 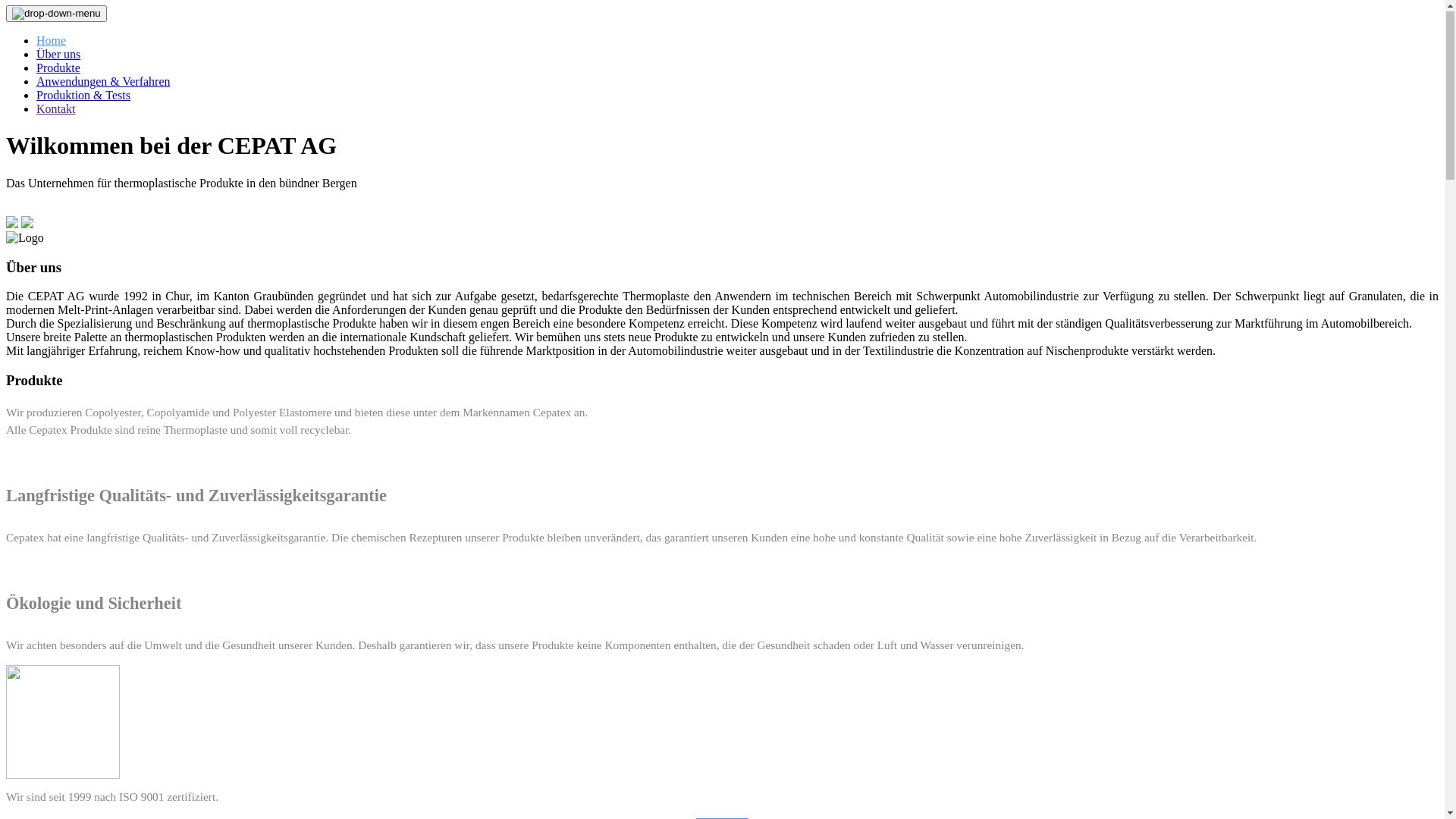 I want to click on 'Produkte', so click(x=58, y=68).